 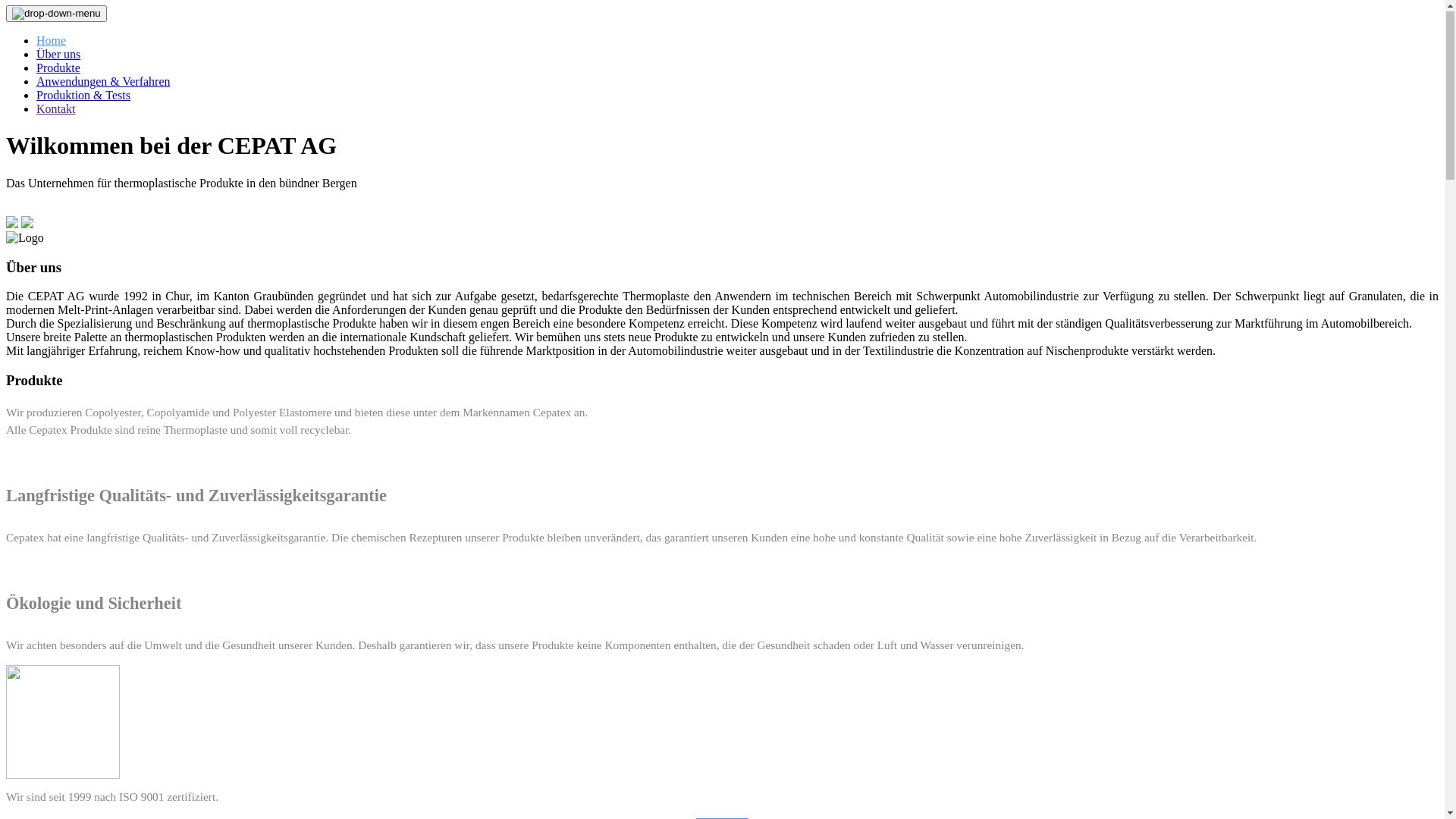 I want to click on 'Produkte', so click(x=58, y=68).